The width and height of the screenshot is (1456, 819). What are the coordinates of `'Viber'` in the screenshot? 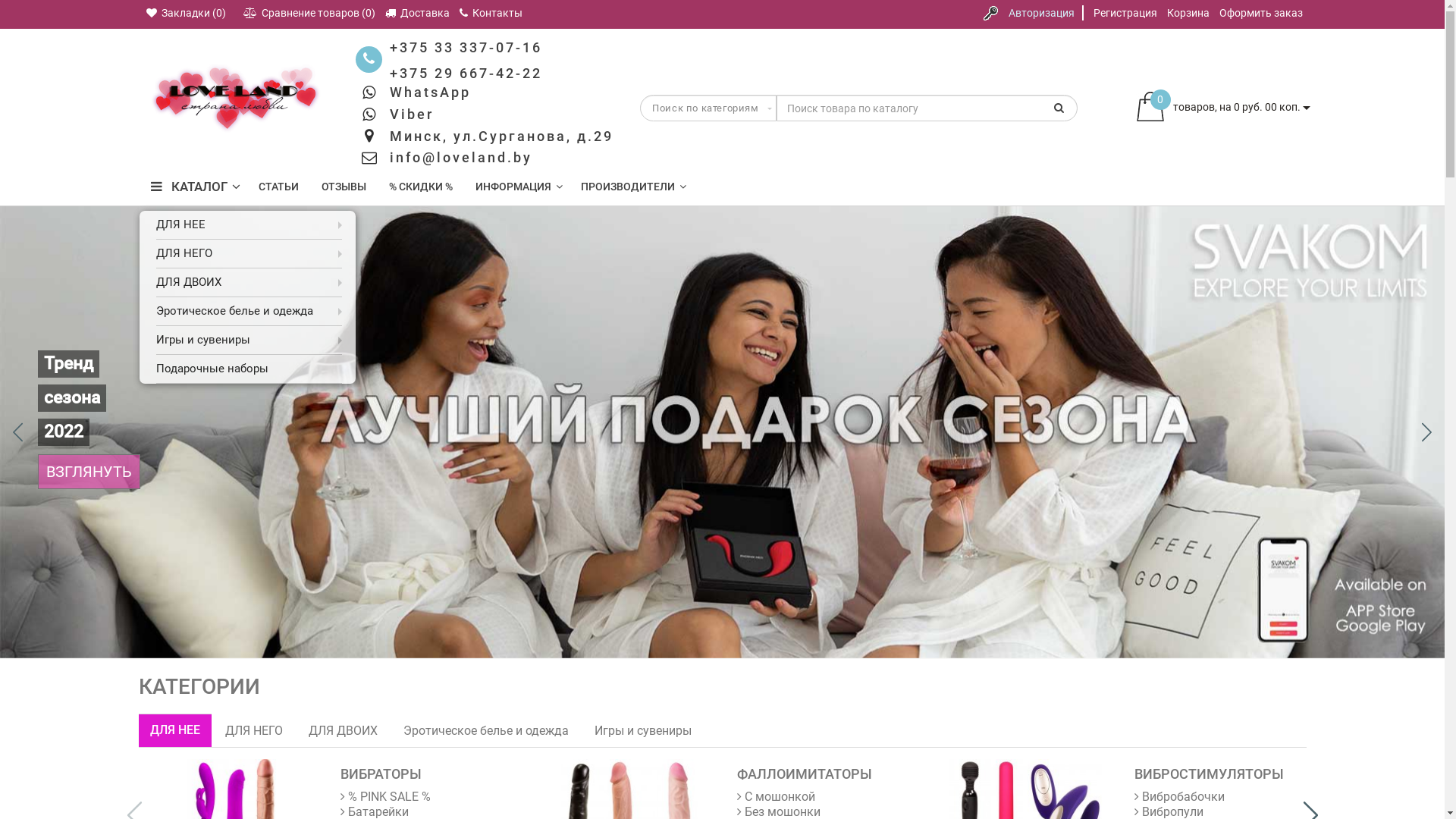 It's located at (411, 113).